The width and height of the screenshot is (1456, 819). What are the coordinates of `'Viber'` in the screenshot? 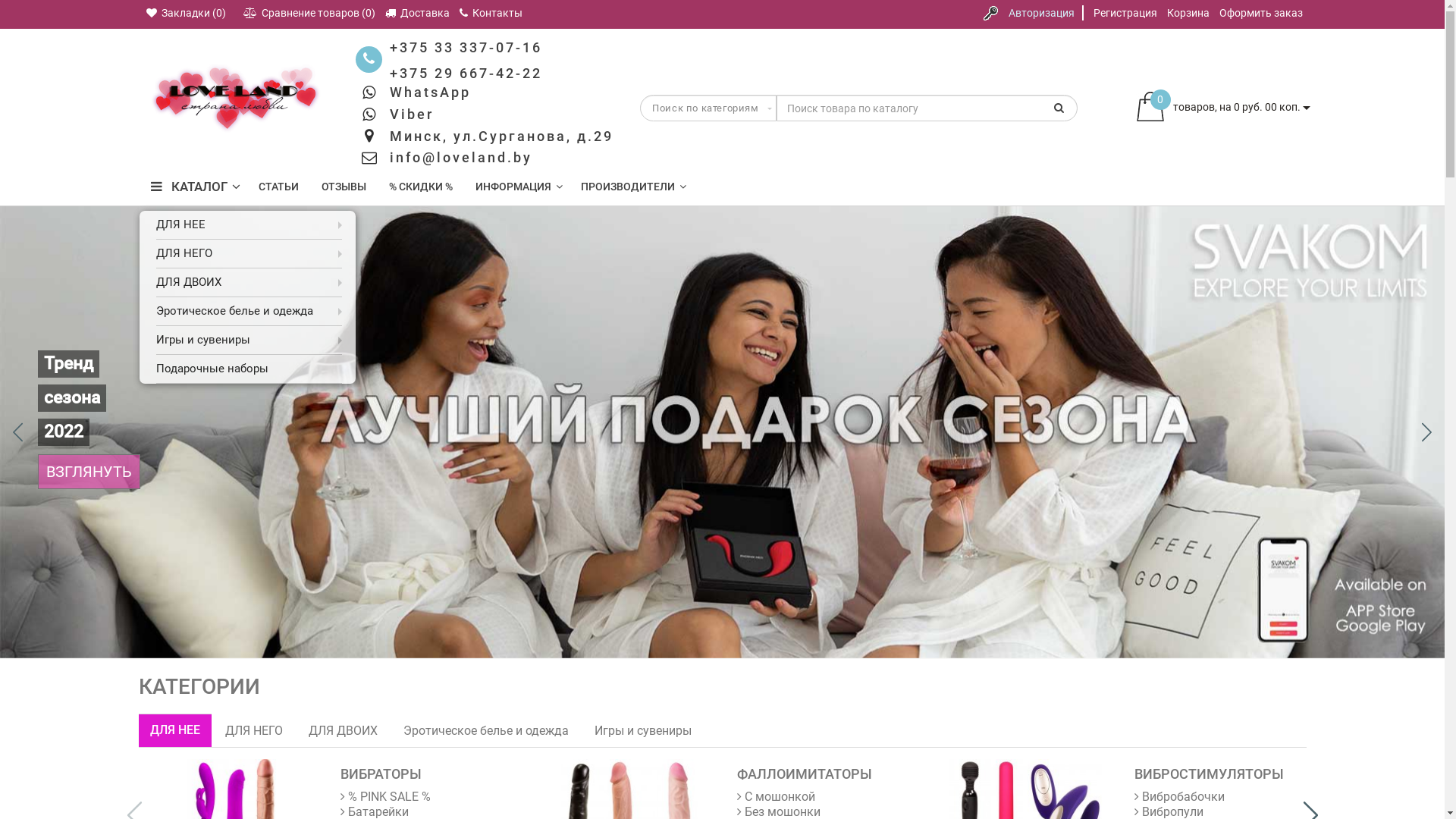 It's located at (411, 113).